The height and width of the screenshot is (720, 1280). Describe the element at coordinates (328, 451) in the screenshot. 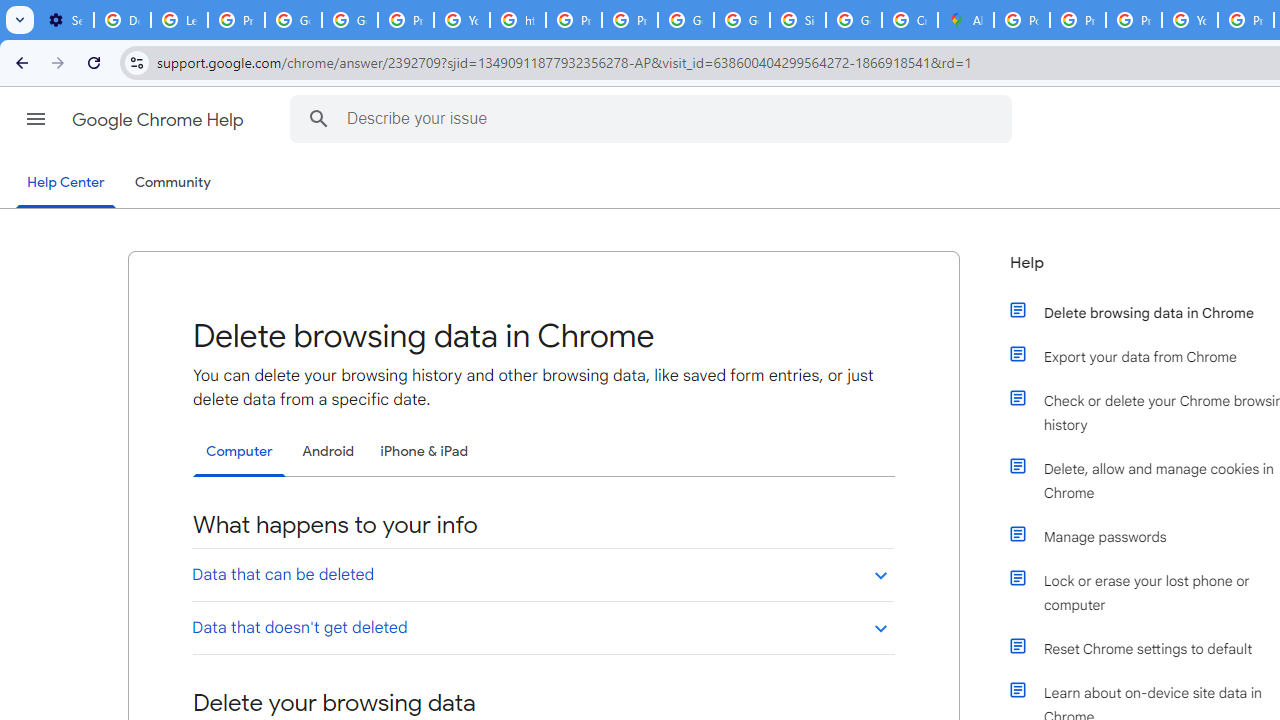

I see `'Android'` at that location.